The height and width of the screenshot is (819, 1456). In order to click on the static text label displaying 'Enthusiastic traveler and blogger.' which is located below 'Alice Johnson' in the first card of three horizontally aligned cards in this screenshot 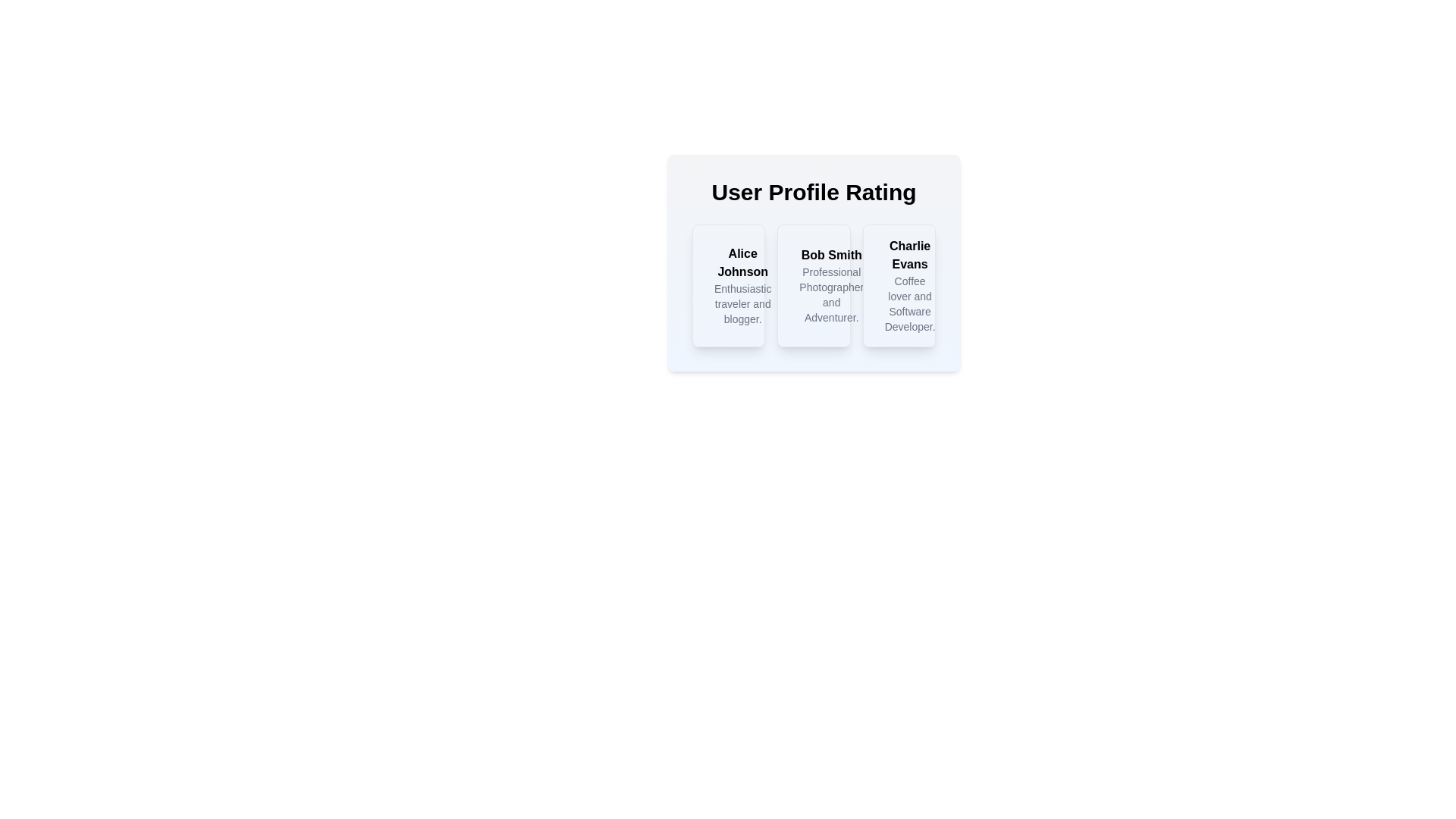, I will do `click(742, 304)`.